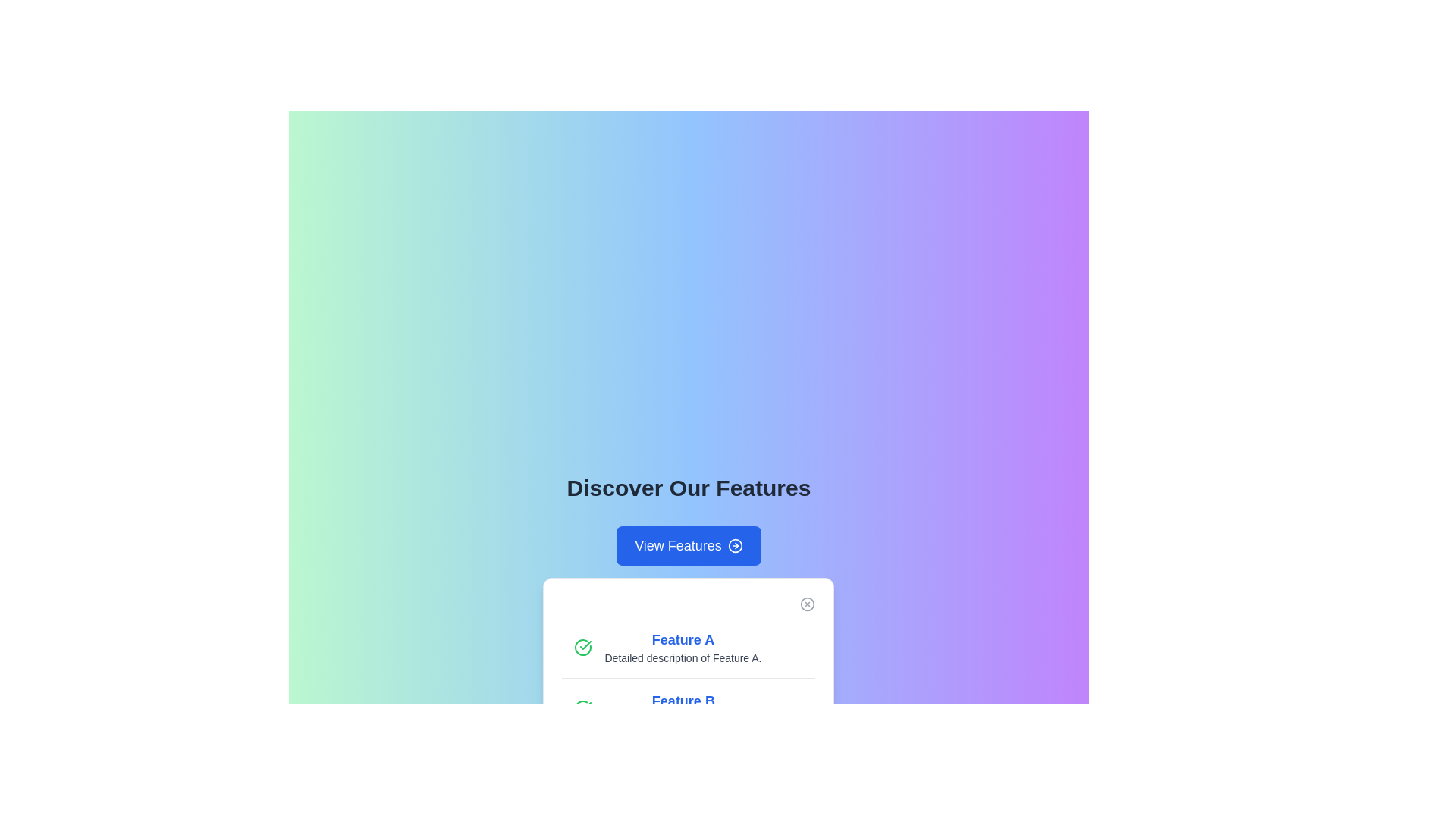 Image resolution: width=1456 pixels, height=819 pixels. I want to click on the decorative SVG circle element located in the top-right corner of a card, which serves as a framing for an interactive dismiss button, so click(807, 604).